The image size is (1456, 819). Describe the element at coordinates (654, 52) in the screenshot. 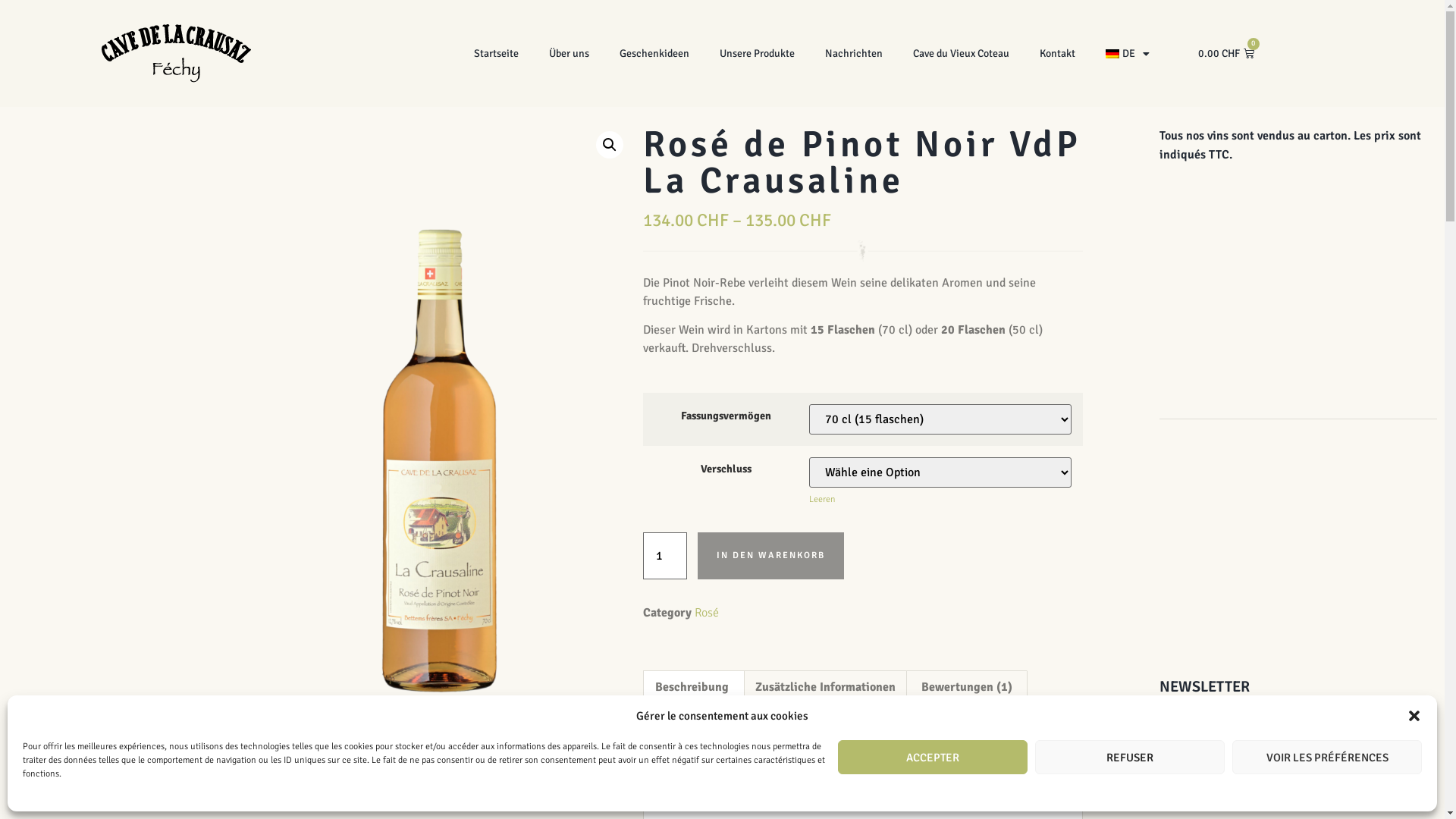

I see `'Geschenkideen'` at that location.